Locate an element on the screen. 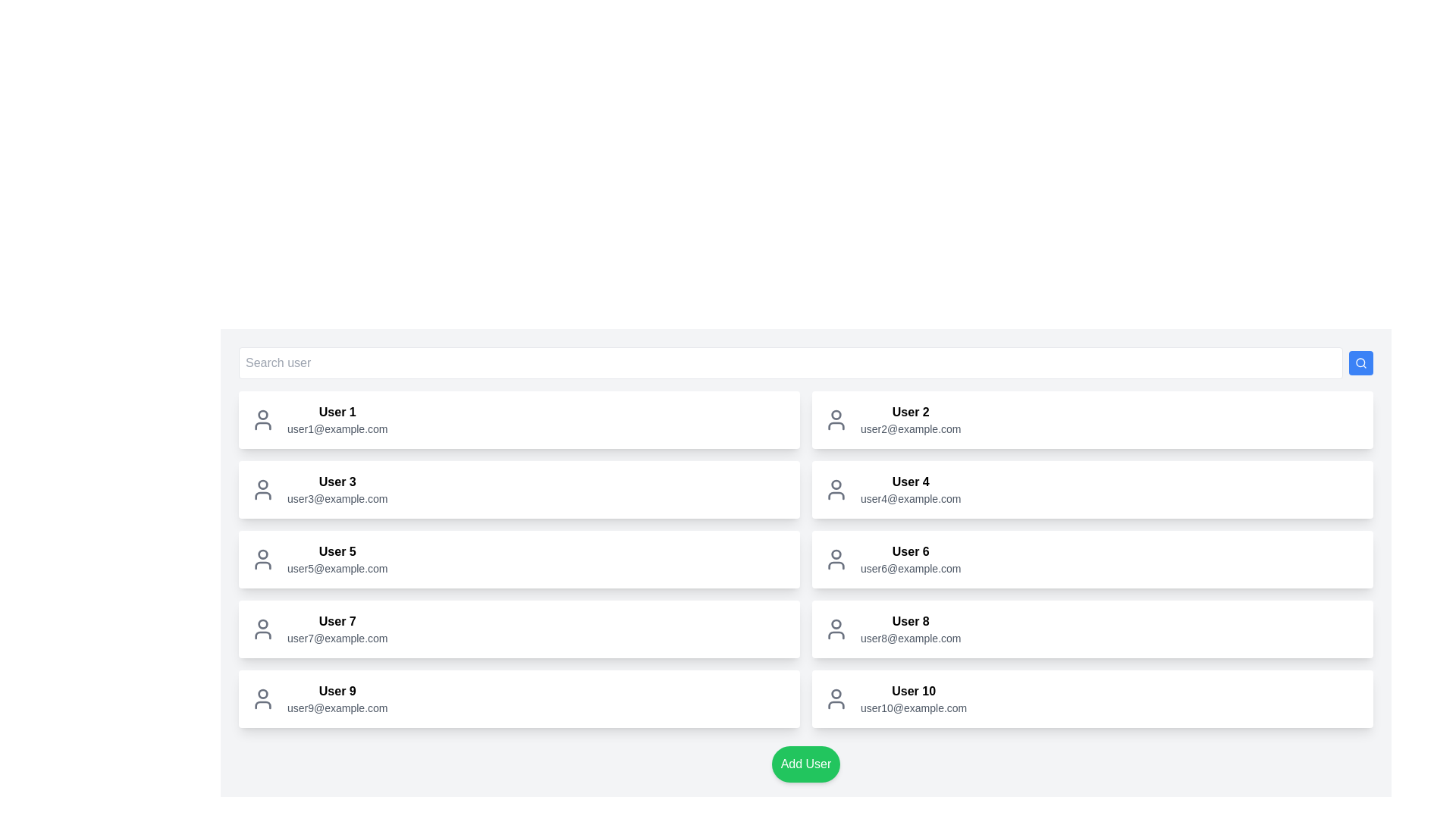  the static text displaying the email address associated with 'User 10', which is located beneath the bold 'User 10' text in the last row of a two-column grid layout is located at coordinates (913, 708).